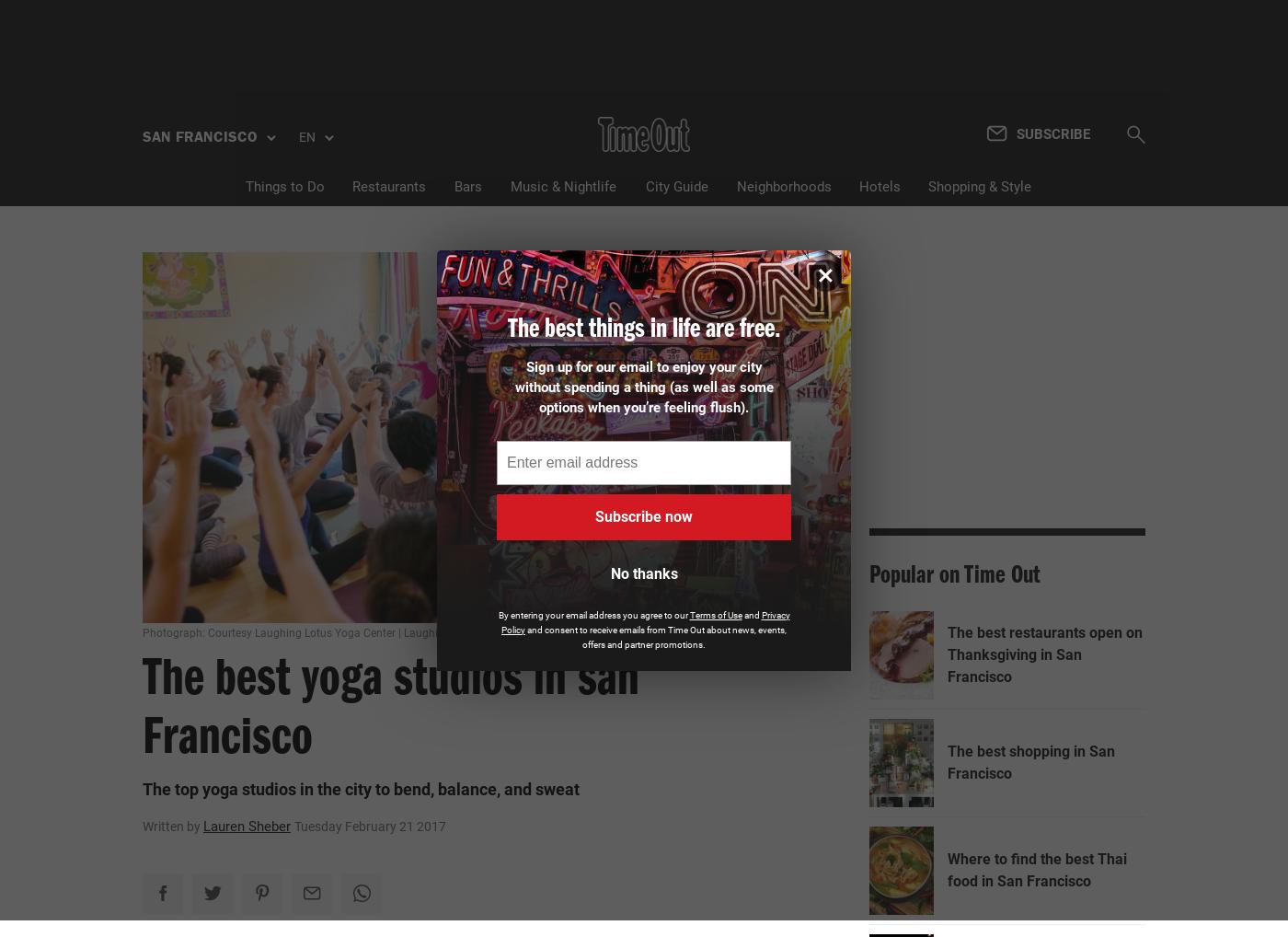 Image resolution: width=1288 pixels, height=937 pixels. I want to click on 'Shopping & Style', so click(927, 185).